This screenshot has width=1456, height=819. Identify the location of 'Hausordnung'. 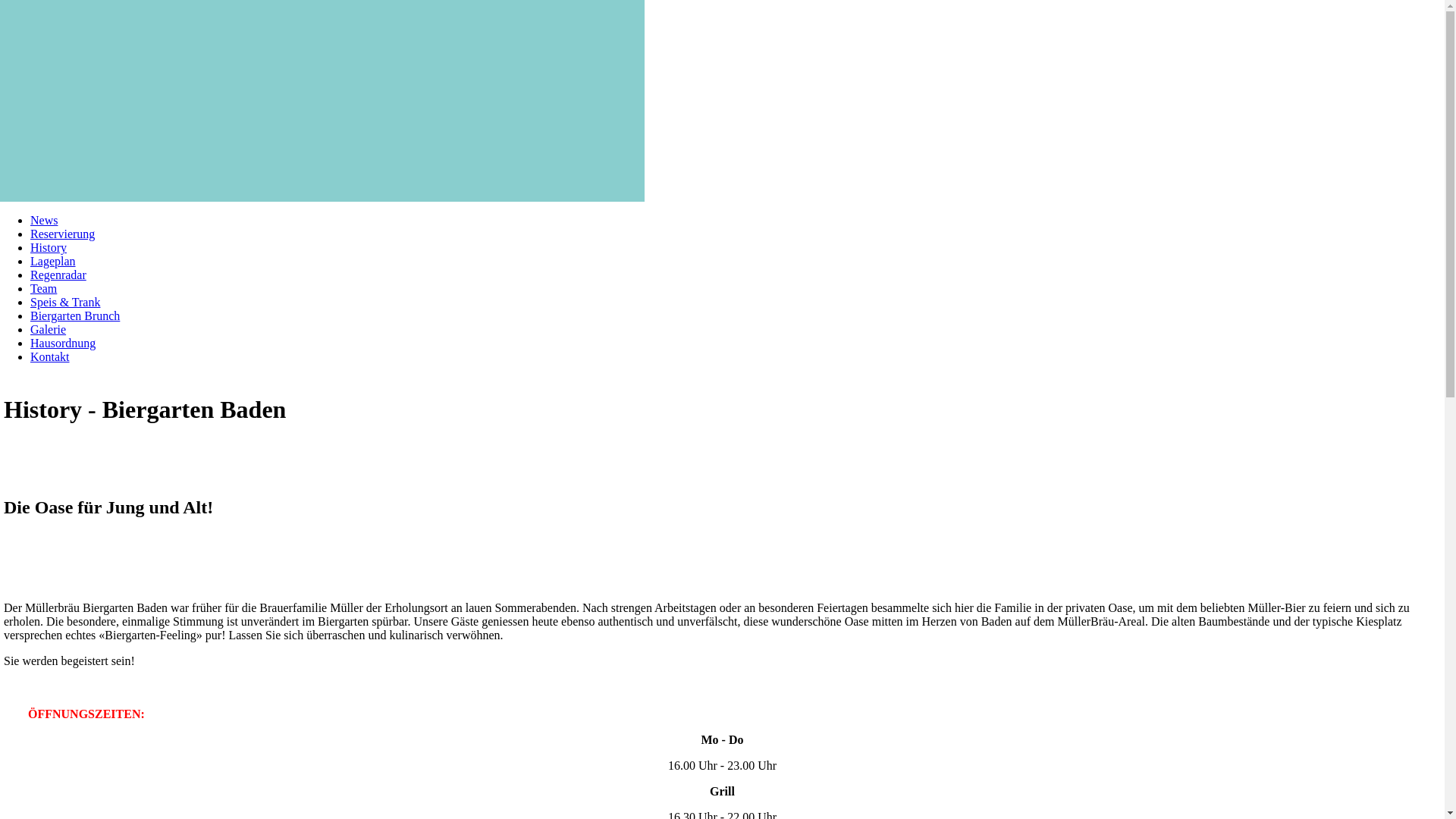
(61, 343).